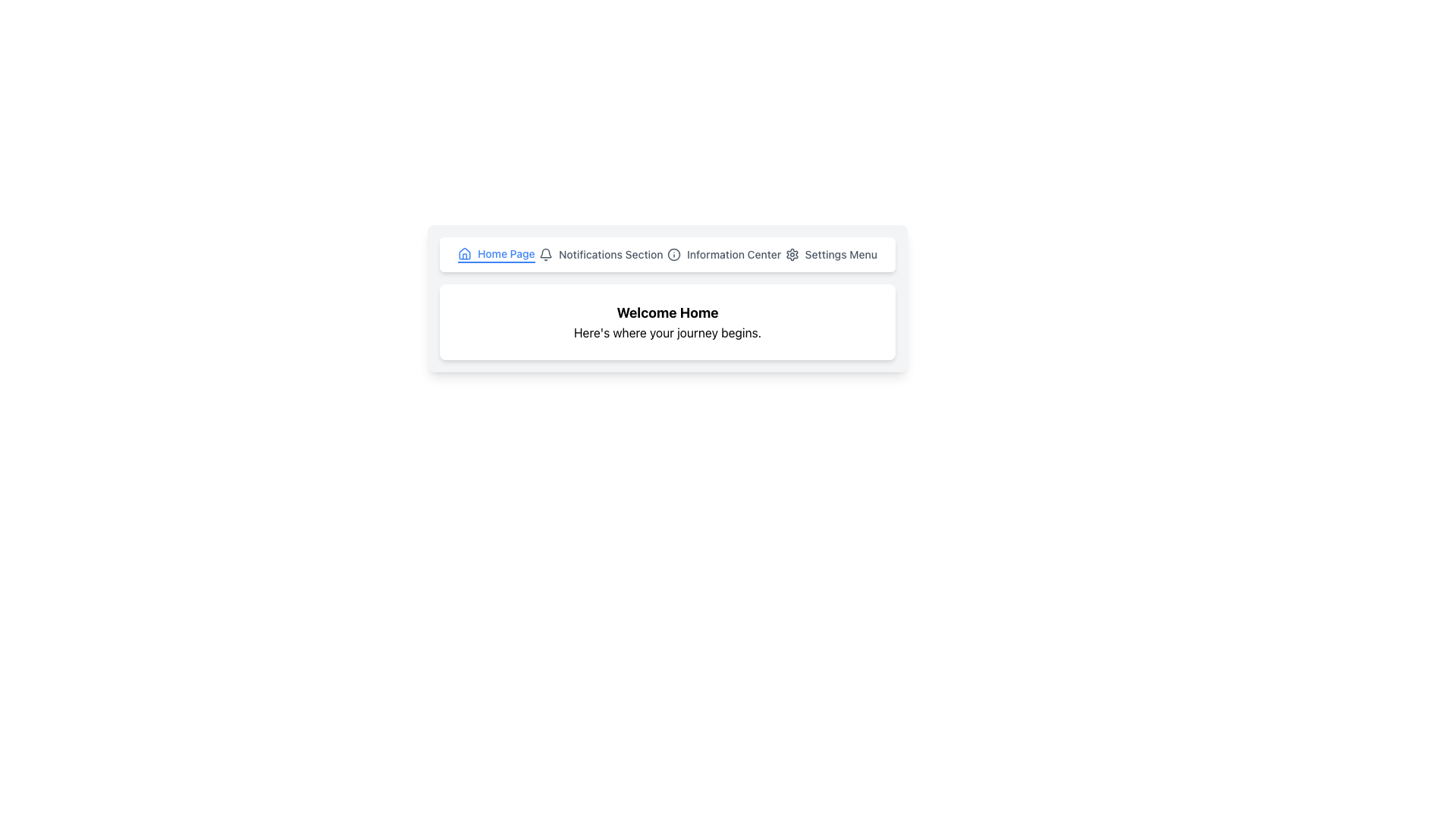 The width and height of the screenshot is (1456, 819). I want to click on the Settings Button located, so click(830, 253).